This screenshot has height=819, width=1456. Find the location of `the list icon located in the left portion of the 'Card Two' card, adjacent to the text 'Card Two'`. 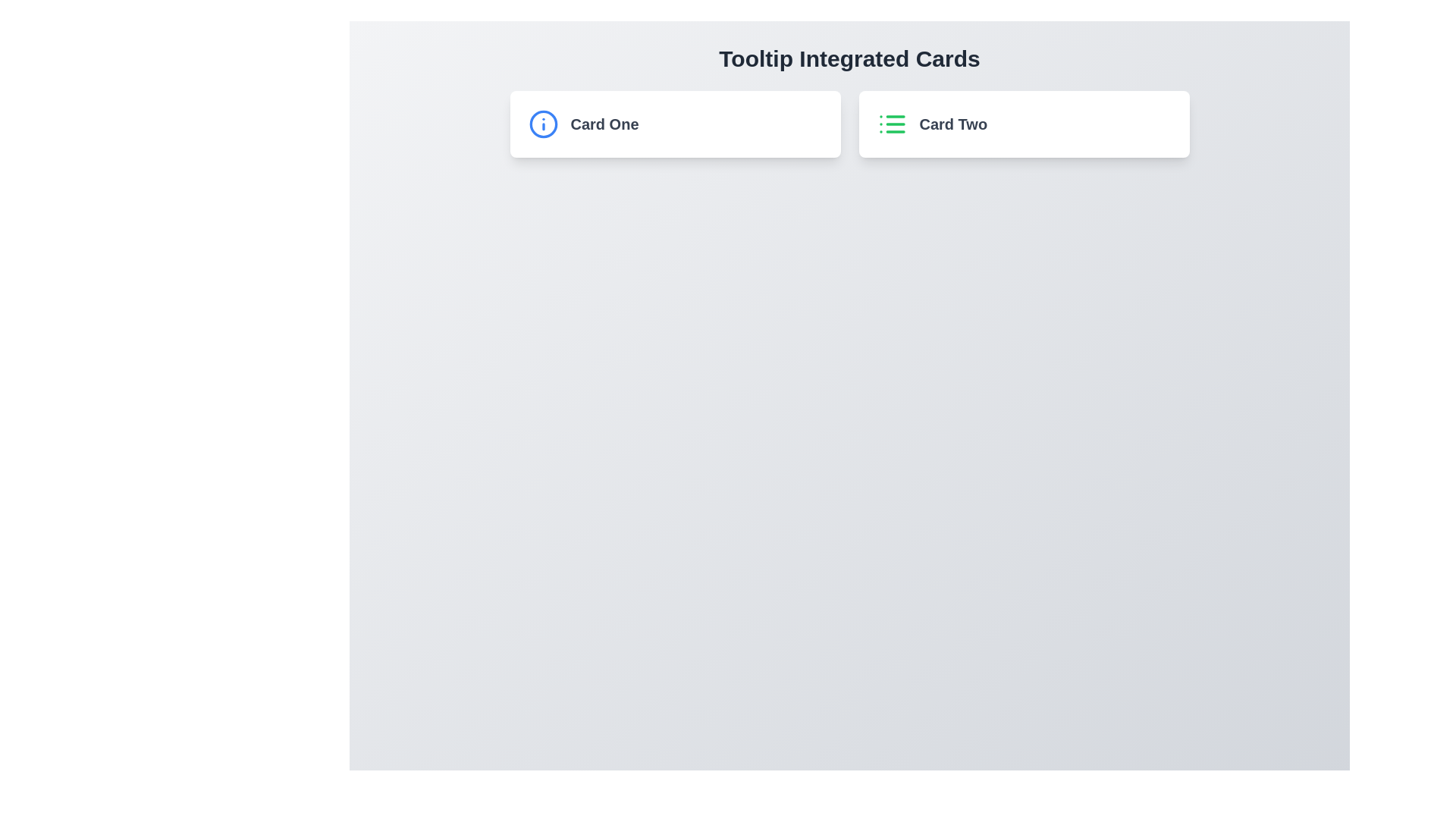

the list icon located in the left portion of the 'Card Two' card, adjacent to the text 'Card Two' is located at coordinates (892, 124).